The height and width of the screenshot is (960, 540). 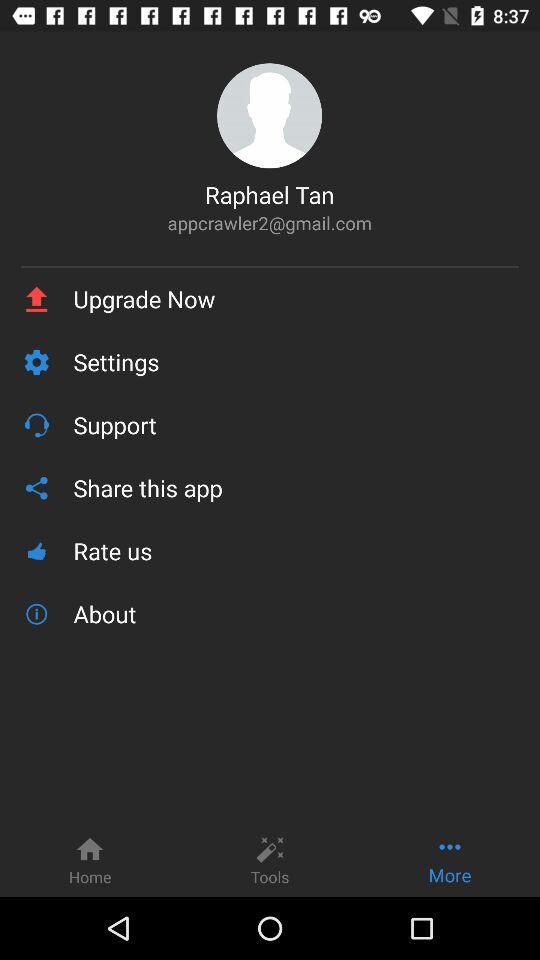 I want to click on the icon above the share this app, so click(x=295, y=425).